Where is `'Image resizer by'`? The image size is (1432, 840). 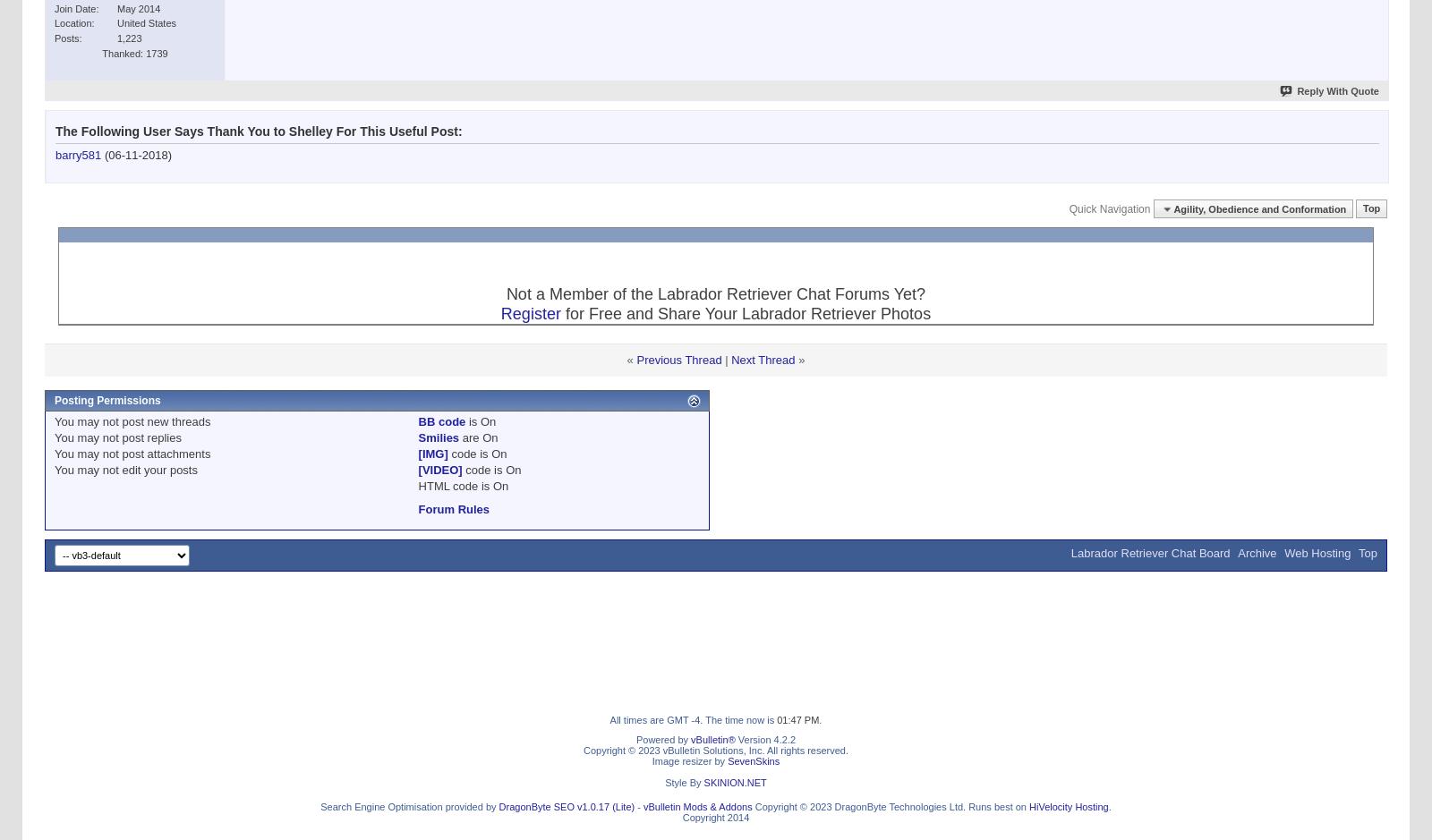 'Image resizer by' is located at coordinates (652, 760).